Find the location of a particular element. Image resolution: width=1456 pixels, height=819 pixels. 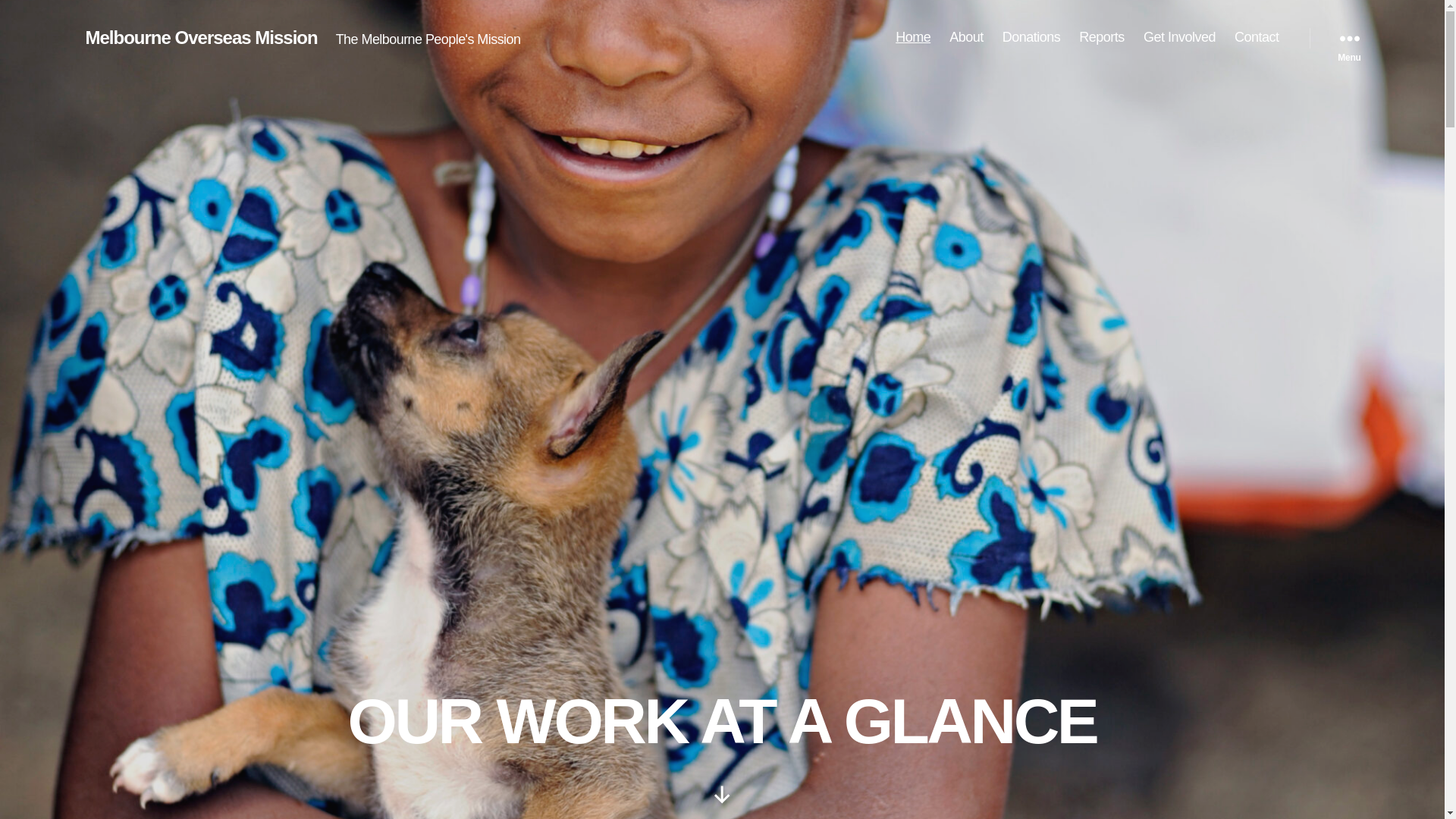

'Melbourne Overseas Mission' is located at coordinates (199, 37).